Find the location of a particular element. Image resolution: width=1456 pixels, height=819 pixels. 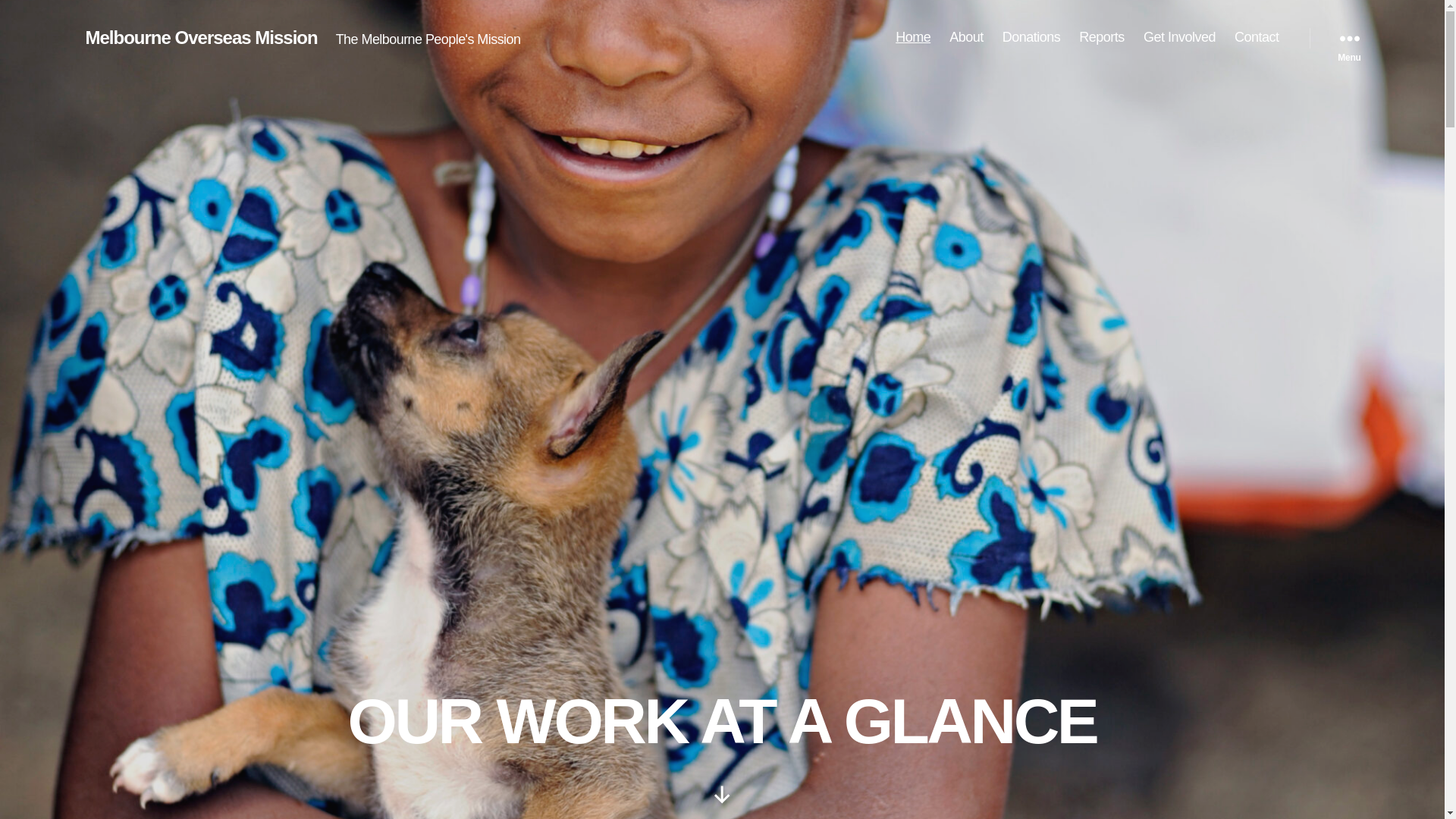

'Melbourne Overseas Mission' is located at coordinates (199, 37).